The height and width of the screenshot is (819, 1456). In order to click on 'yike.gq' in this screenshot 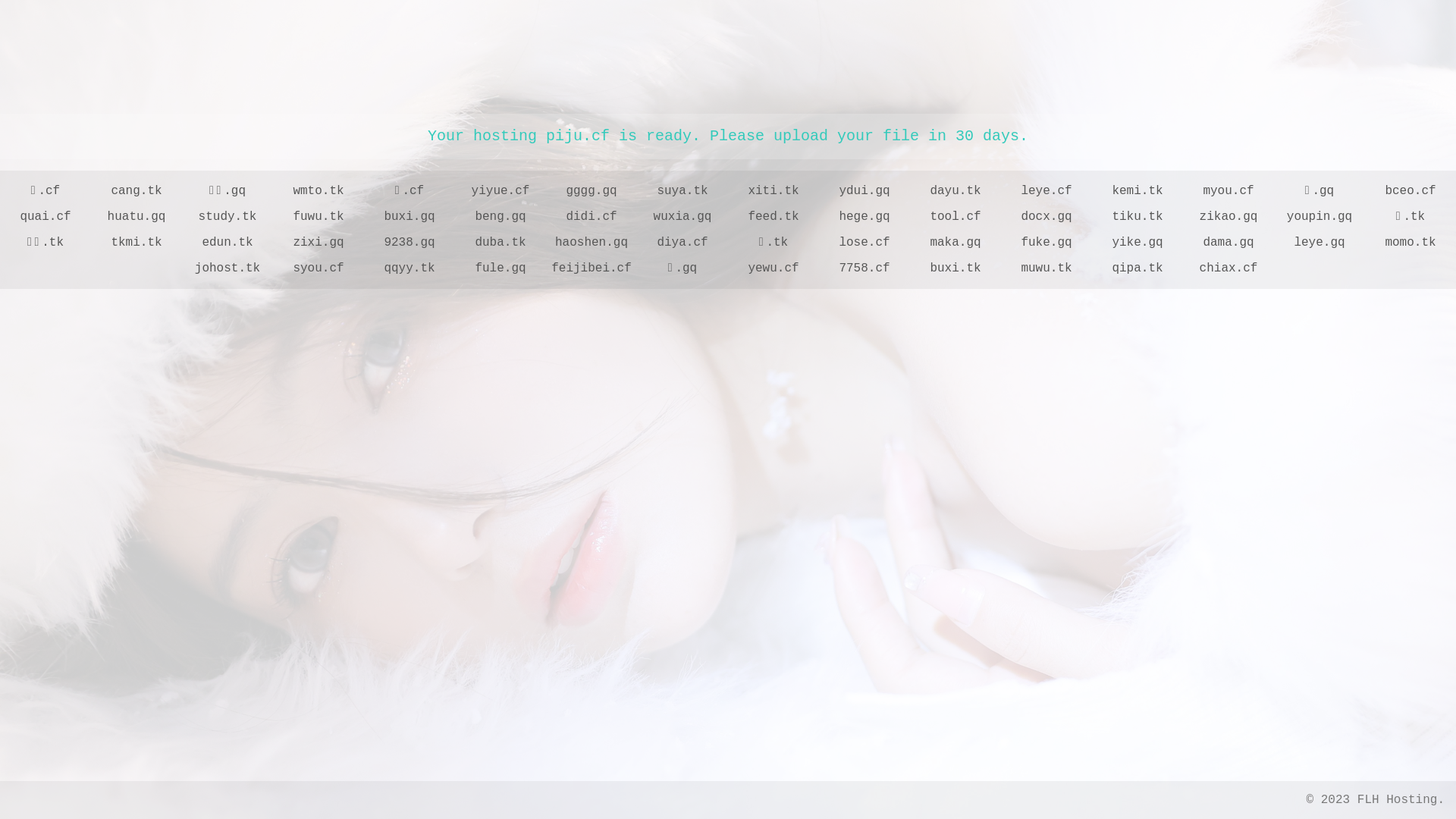, I will do `click(1137, 242)`.